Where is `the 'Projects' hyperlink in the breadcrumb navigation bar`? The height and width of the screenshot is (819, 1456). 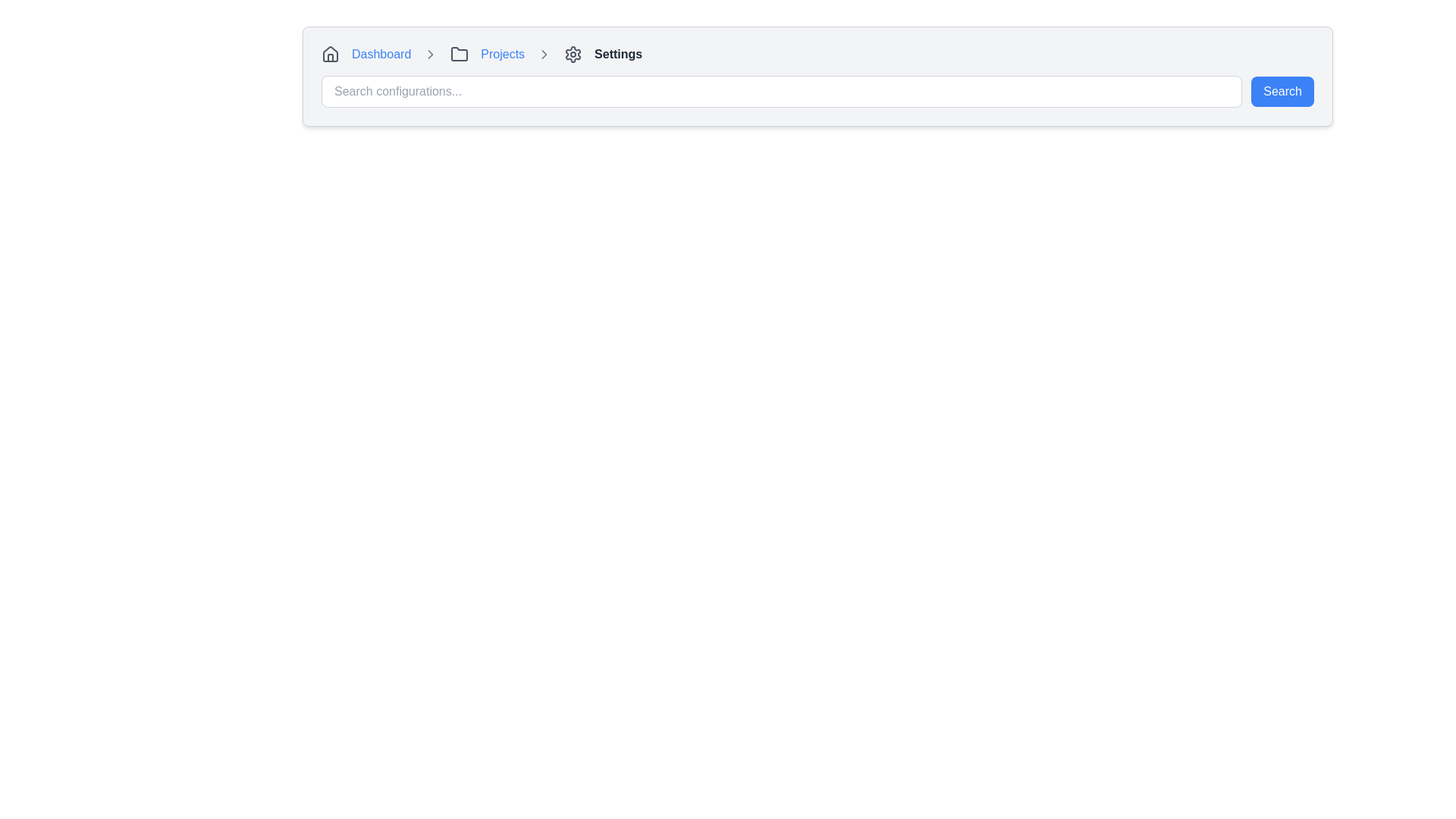 the 'Projects' hyperlink in the breadcrumb navigation bar is located at coordinates (502, 54).